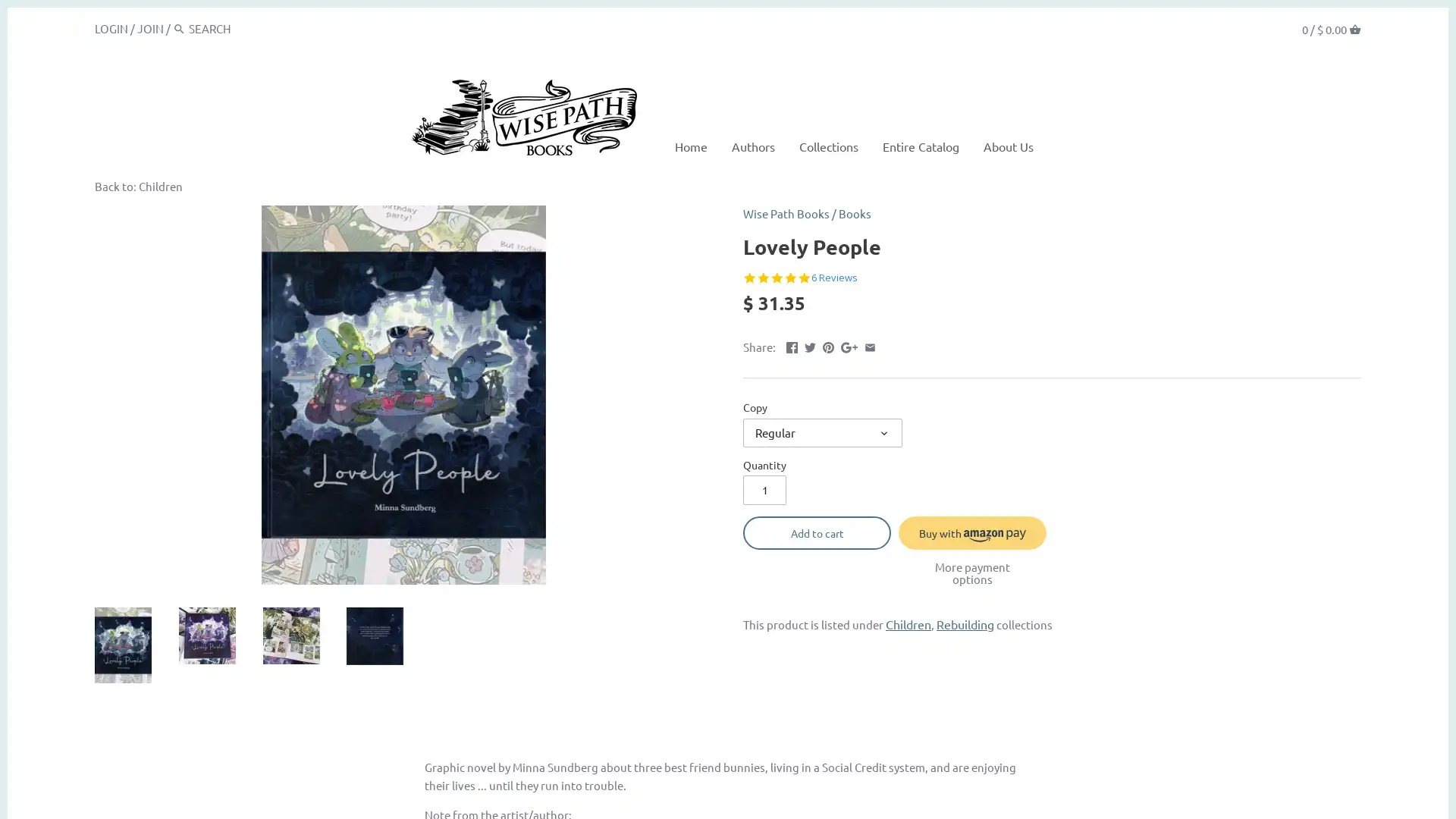 This screenshot has height=819, width=1456. What do you see at coordinates (179, 28) in the screenshot?
I see `Search` at bounding box center [179, 28].